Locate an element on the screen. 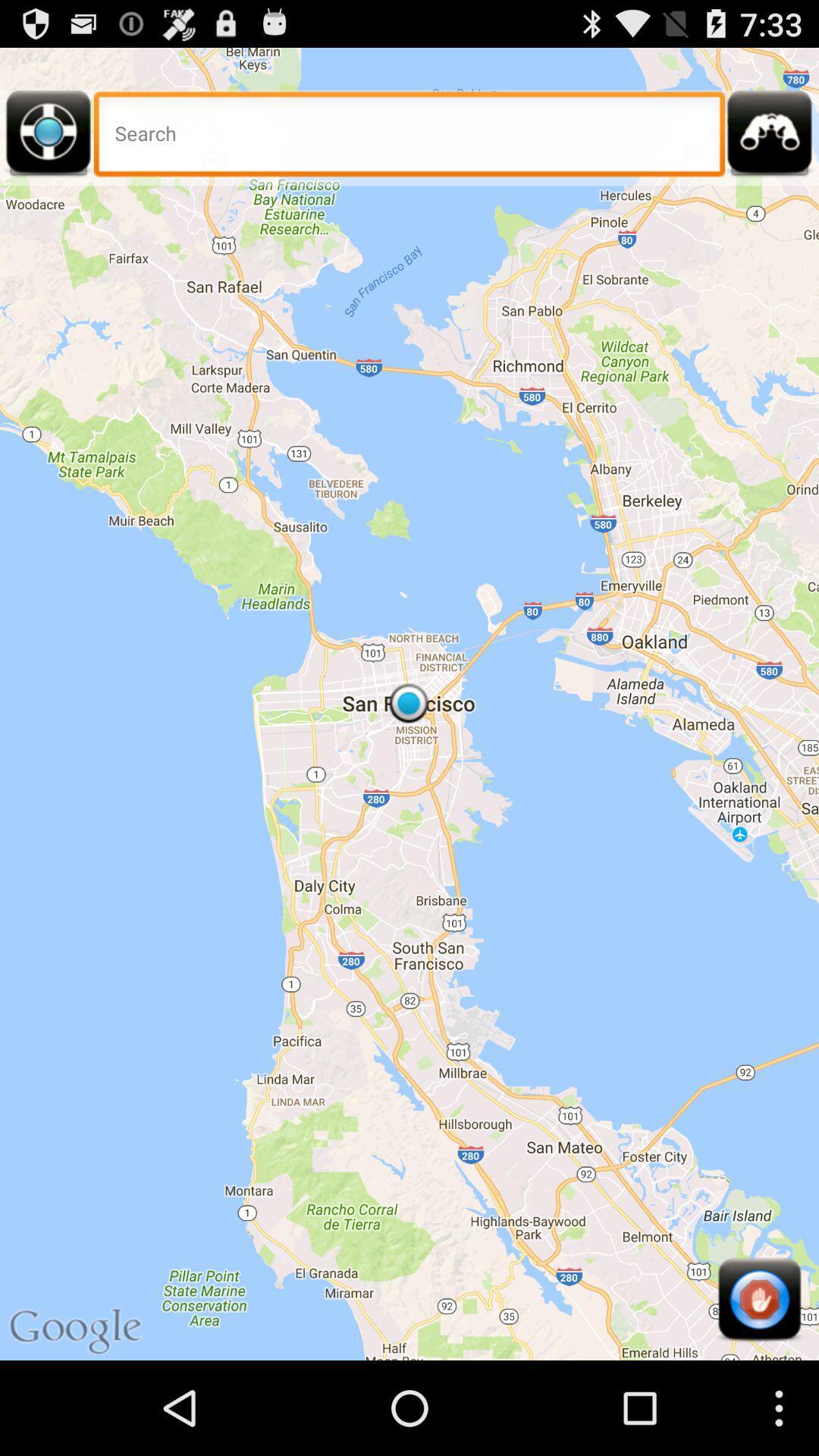 This screenshot has width=819, height=1456. item at the bottom right corner is located at coordinates (759, 1300).